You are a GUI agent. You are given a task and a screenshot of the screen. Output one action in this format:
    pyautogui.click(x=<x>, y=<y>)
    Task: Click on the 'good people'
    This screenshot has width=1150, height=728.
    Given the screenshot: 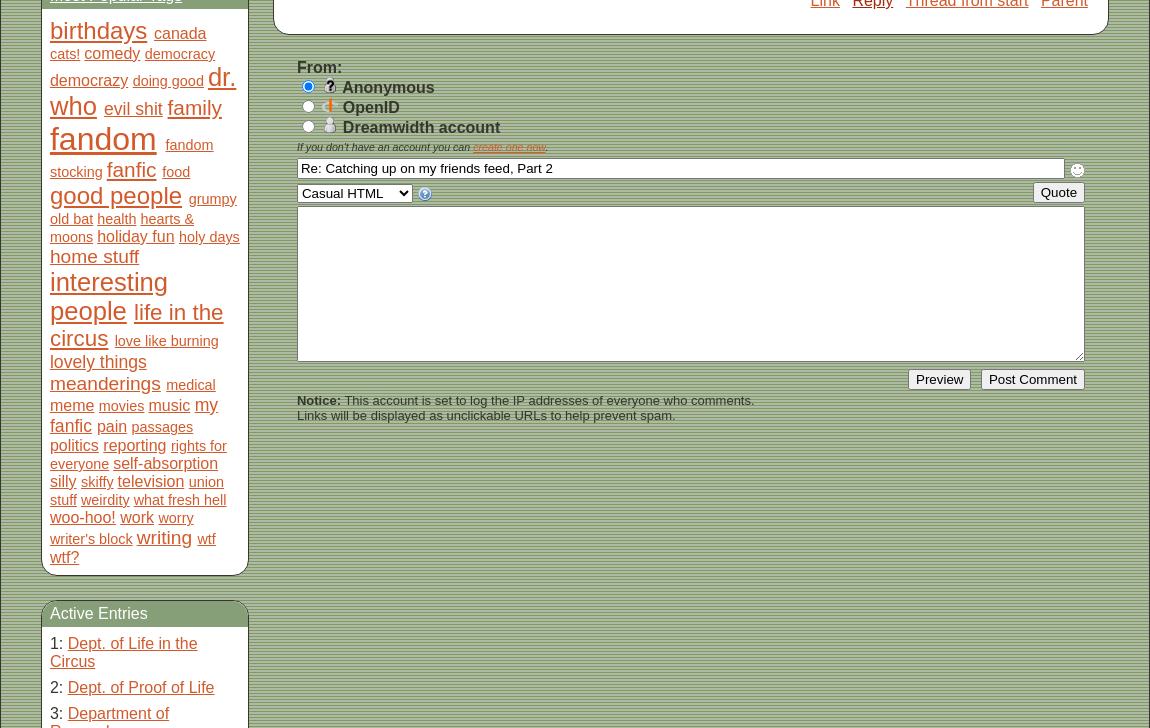 What is the action you would take?
    pyautogui.click(x=114, y=195)
    